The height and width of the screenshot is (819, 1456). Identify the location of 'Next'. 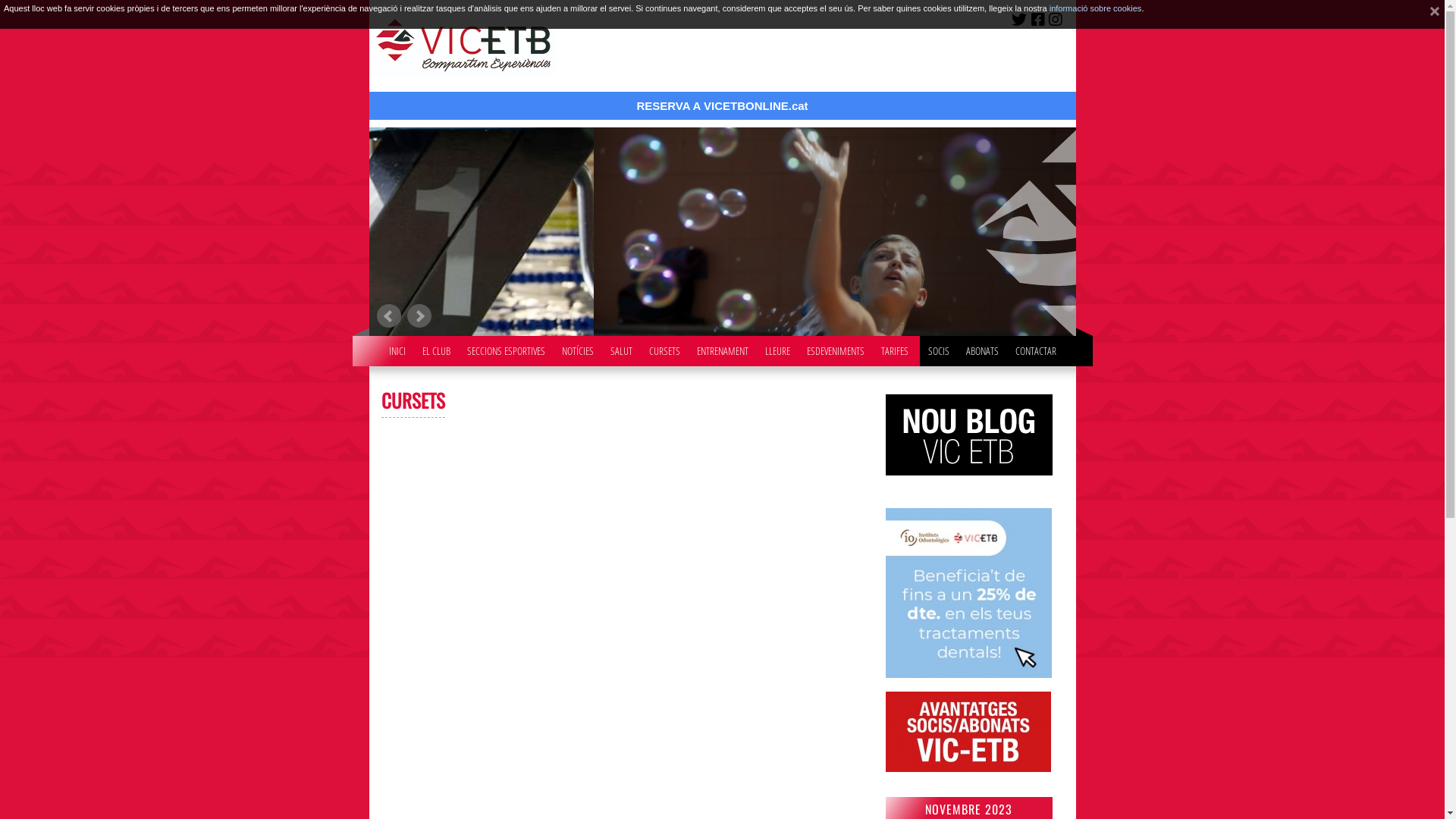
(419, 315).